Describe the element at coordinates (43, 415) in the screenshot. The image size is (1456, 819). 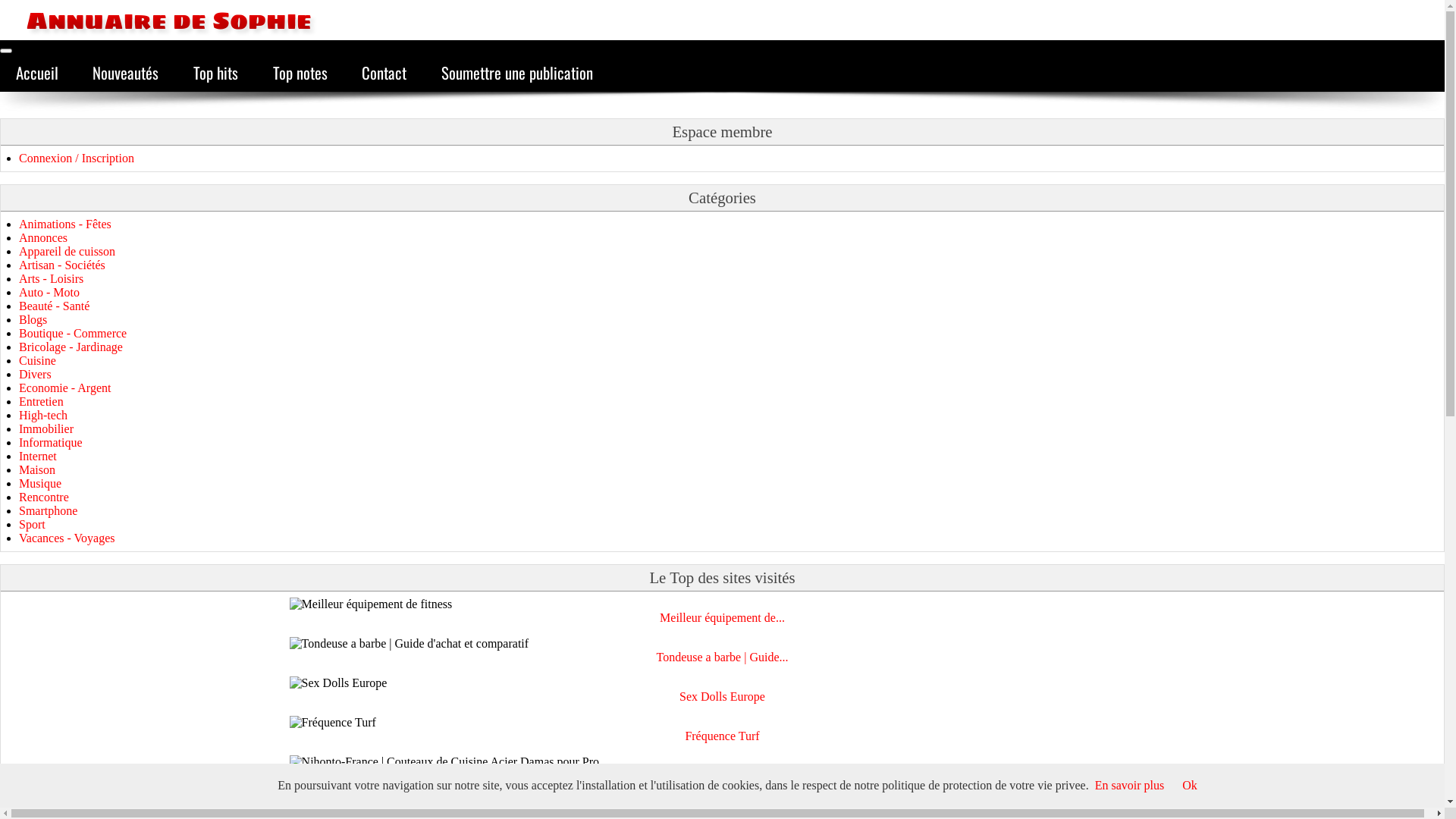
I see `'High-tech'` at that location.